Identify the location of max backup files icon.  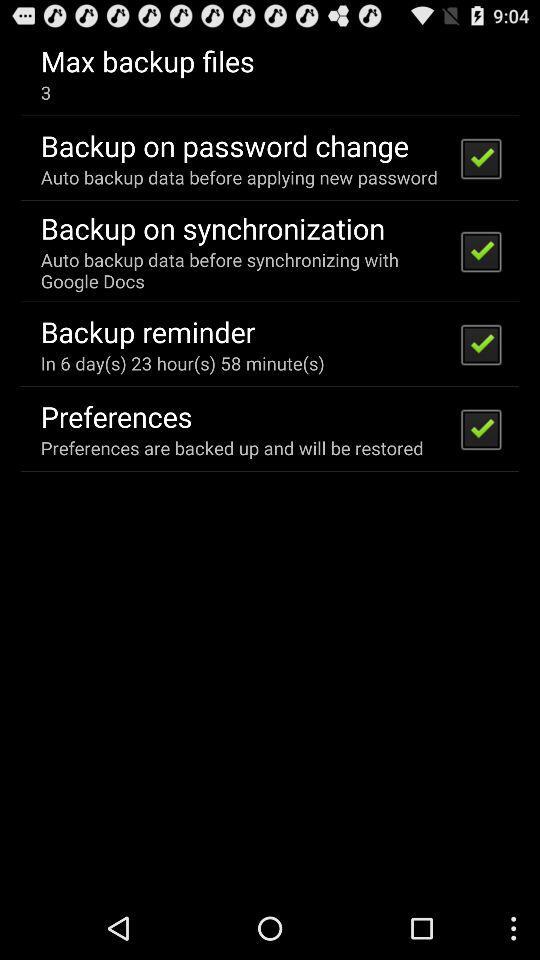
(146, 59).